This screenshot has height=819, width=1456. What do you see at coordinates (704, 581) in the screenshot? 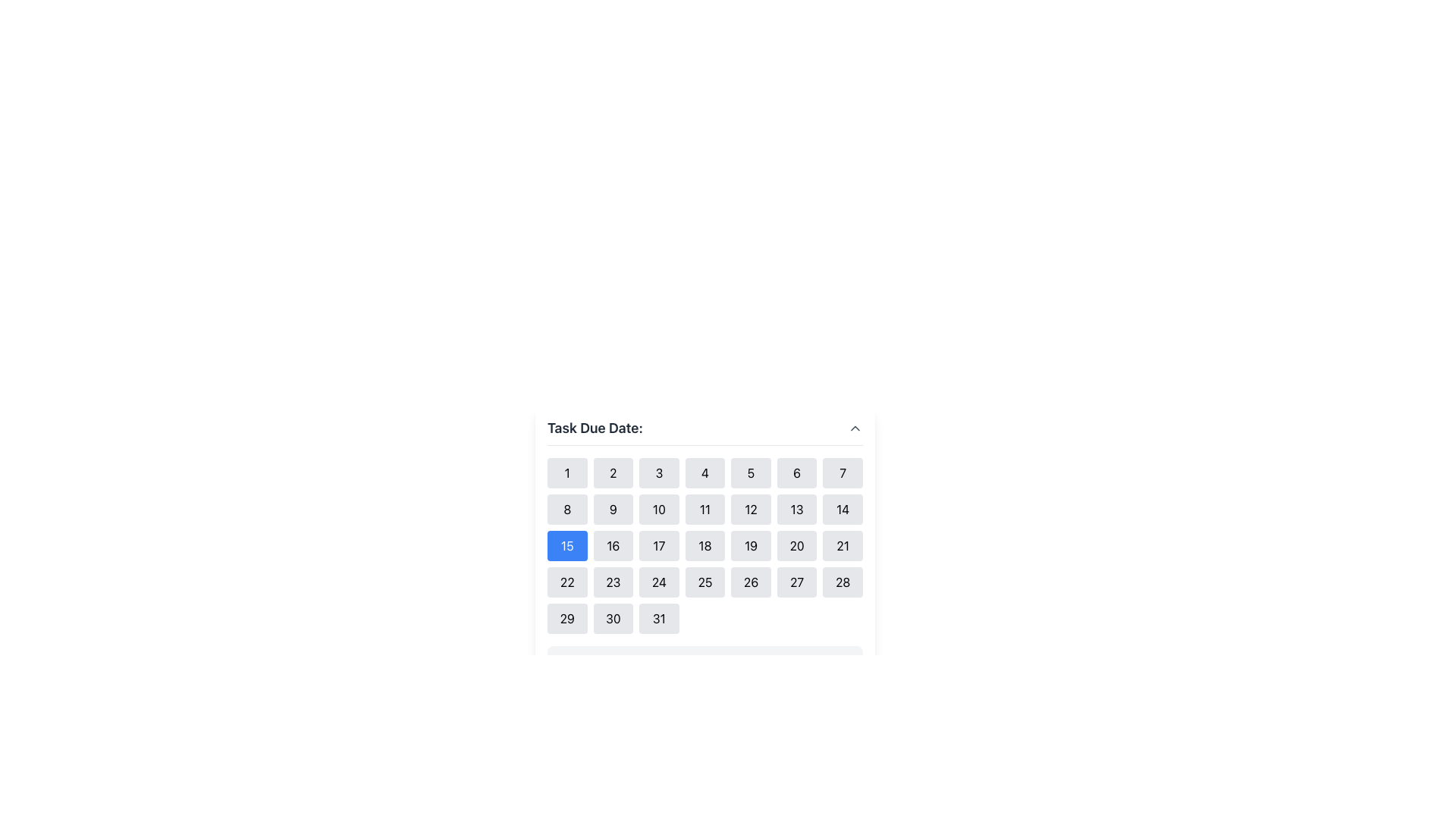
I see `the rectangular button with rounded corners displaying the number '25' to trigger the hover effect` at bounding box center [704, 581].